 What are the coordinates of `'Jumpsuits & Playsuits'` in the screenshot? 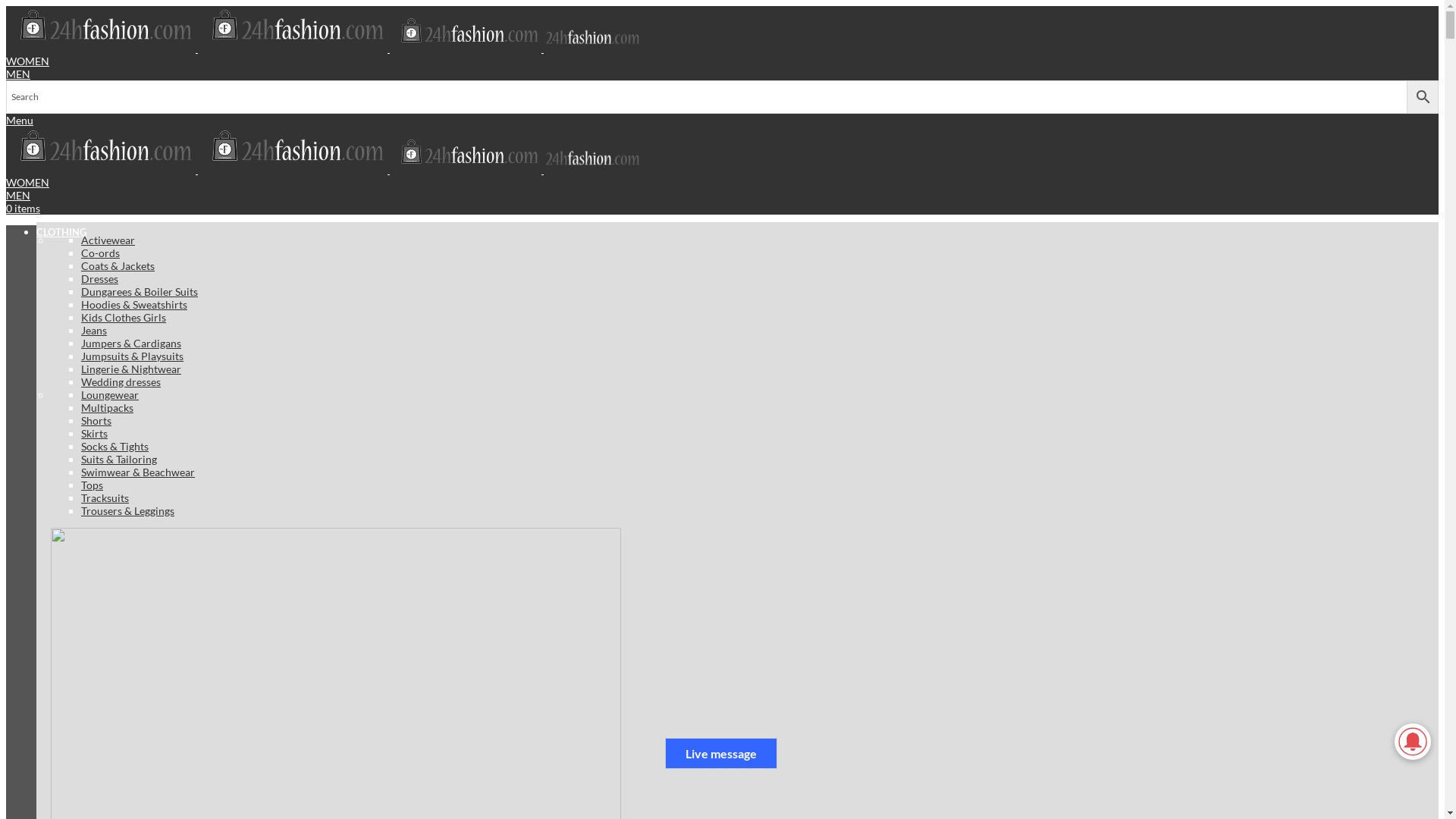 It's located at (132, 355).